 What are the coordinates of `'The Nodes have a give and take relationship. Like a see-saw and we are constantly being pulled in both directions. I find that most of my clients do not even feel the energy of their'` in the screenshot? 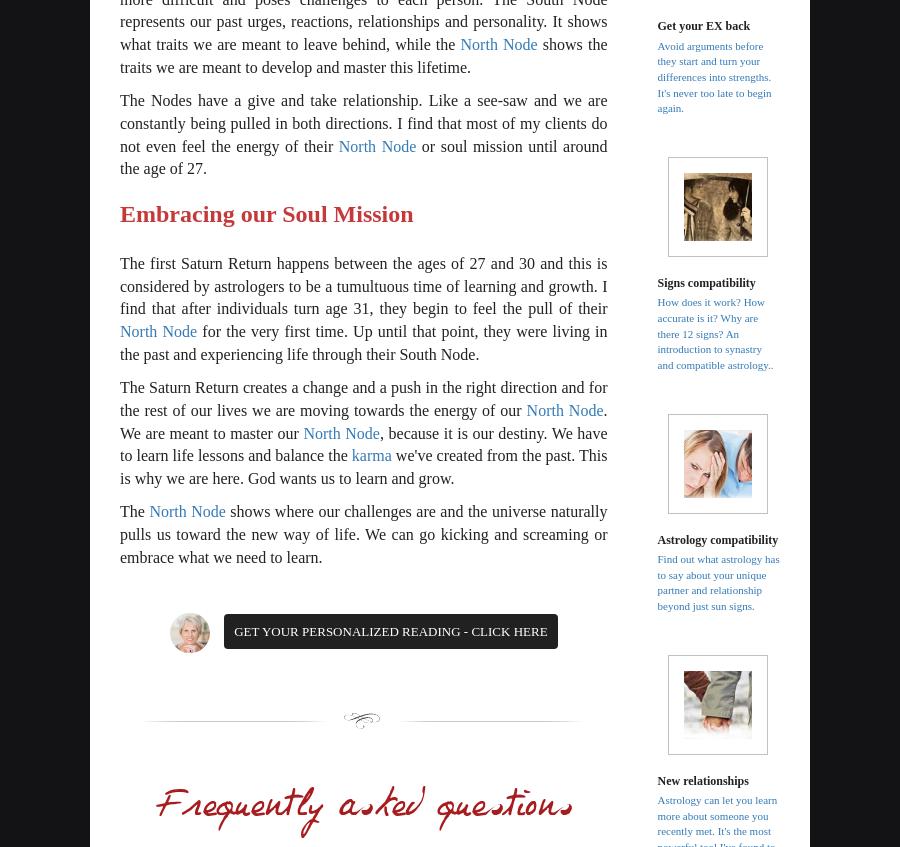 It's located at (363, 121).